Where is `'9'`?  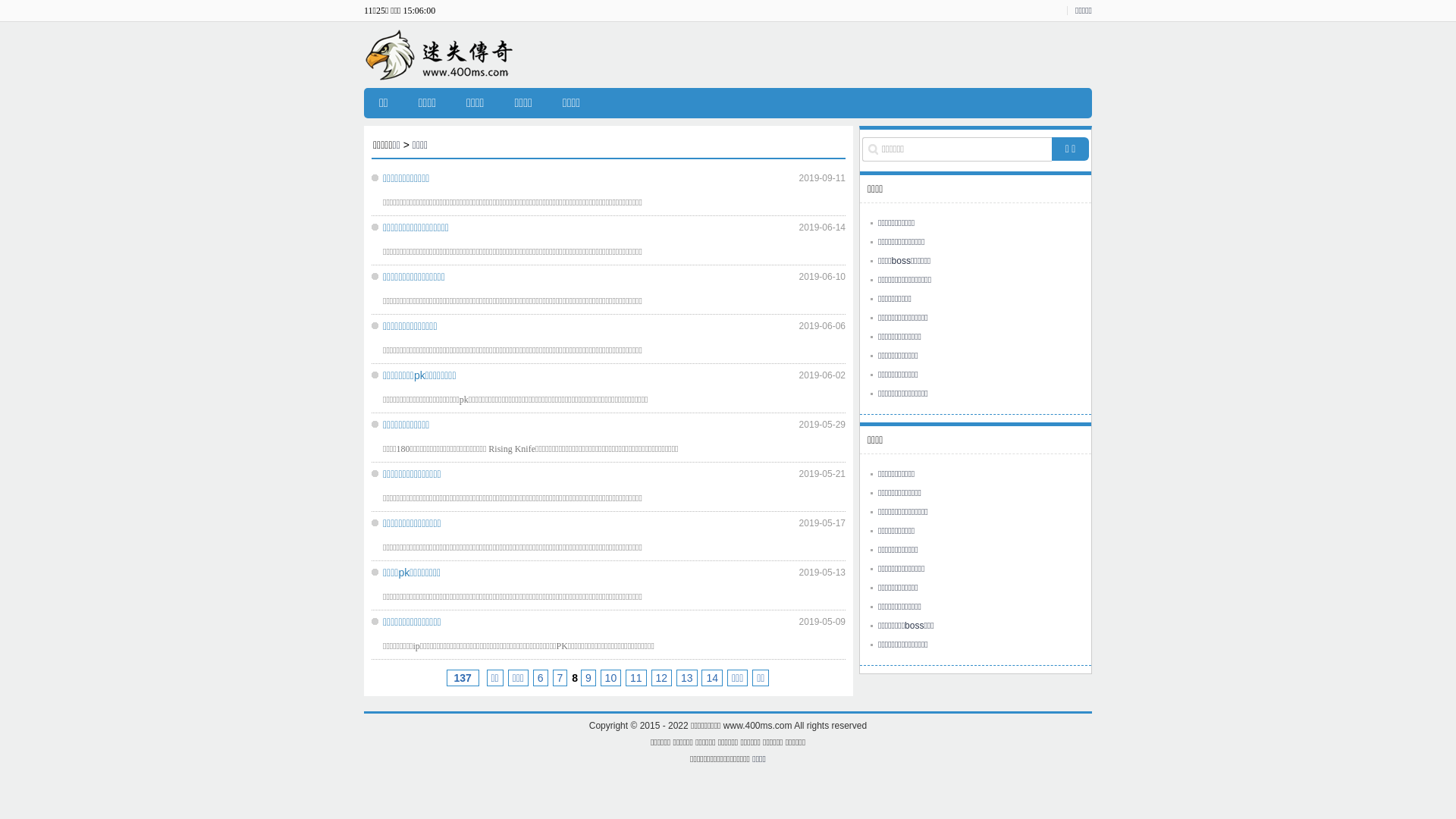
'9' is located at coordinates (588, 677).